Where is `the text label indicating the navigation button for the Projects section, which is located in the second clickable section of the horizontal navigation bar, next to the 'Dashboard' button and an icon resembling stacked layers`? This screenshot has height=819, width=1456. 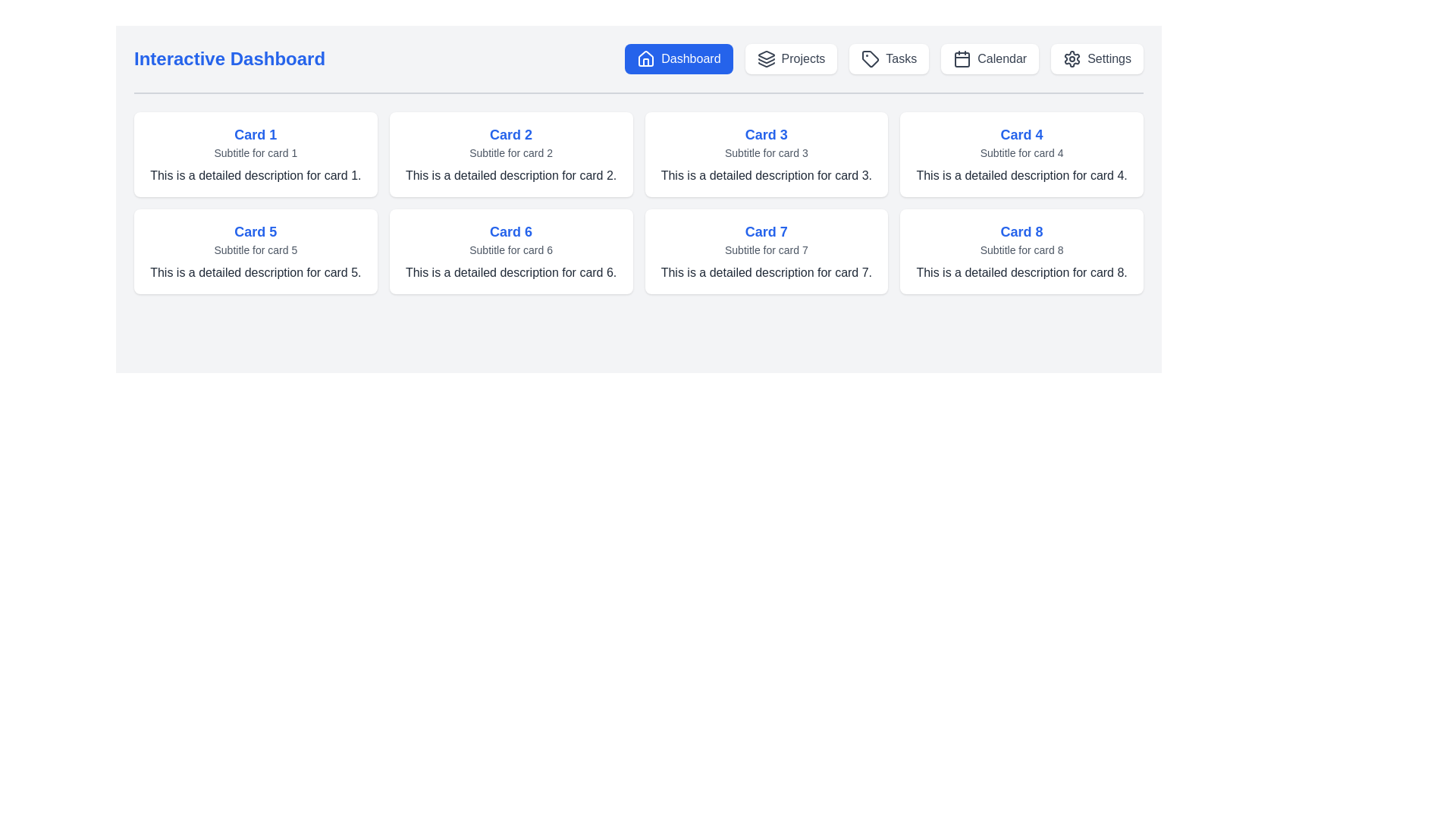
the text label indicating the navigation button for the Projects section, which is located in the second clickable section of the horizontal navigation bar, next to the 'Dashboard' button and an icon resembling stacked layers is located at coordinates (802, 58).